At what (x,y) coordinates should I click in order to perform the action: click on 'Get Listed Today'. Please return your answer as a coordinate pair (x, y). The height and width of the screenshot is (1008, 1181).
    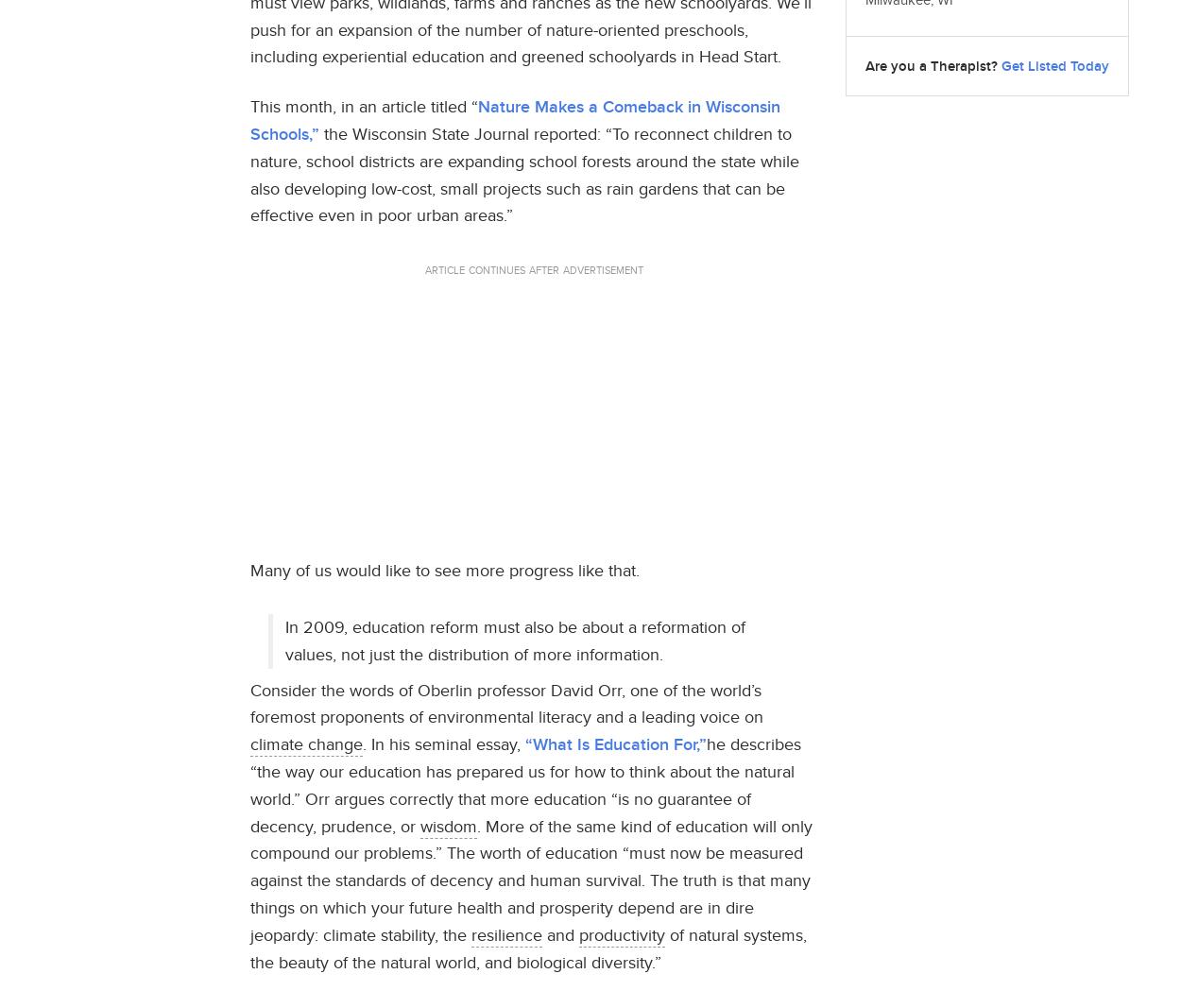
    Looking at the image, I should click on (1054, 64).